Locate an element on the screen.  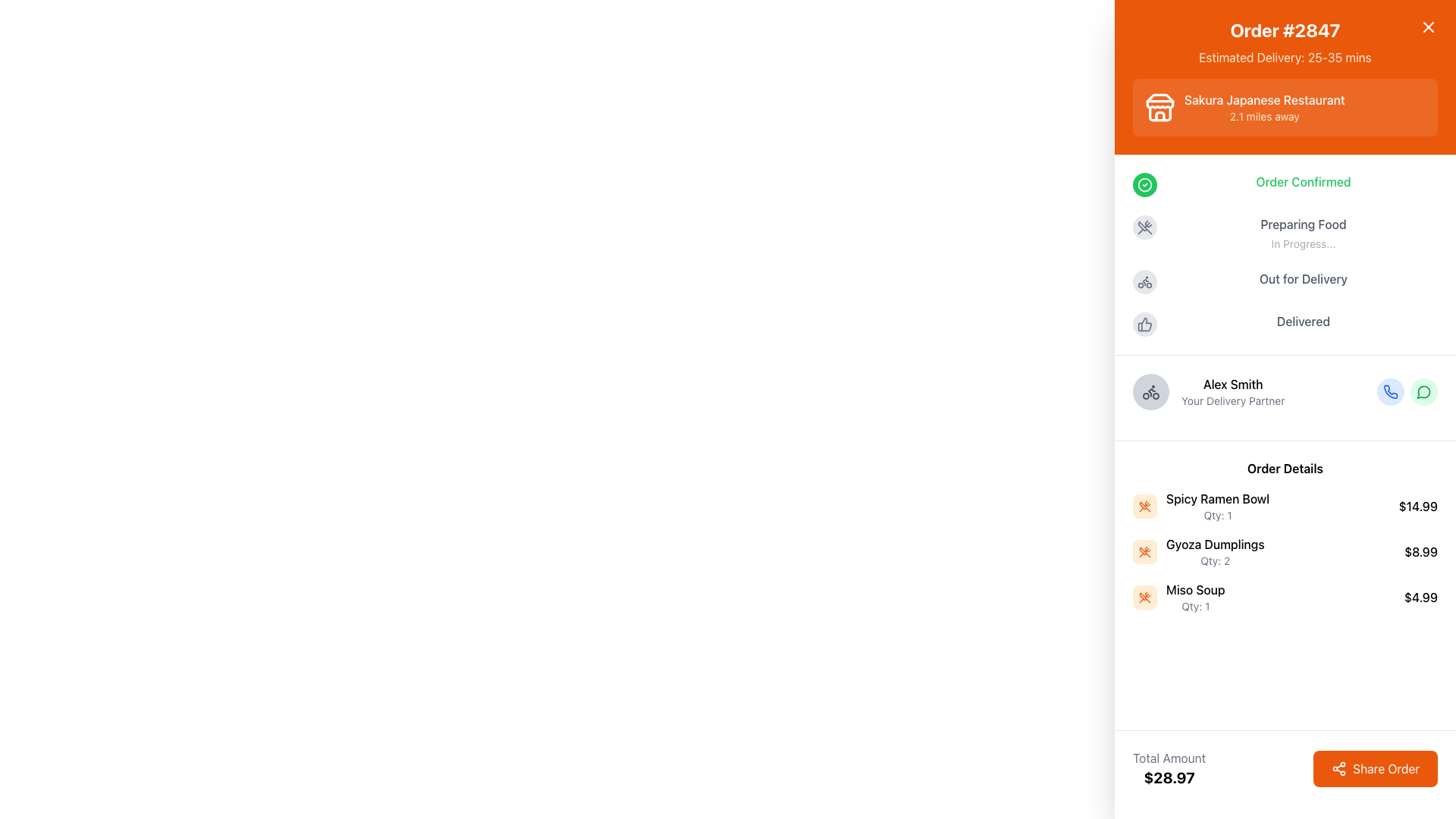
the text label that provides feedback about the 'Preparing Food' stage, located directly below the 'Preparing Food' text in the order status section is located at coordinates (1302, 243).